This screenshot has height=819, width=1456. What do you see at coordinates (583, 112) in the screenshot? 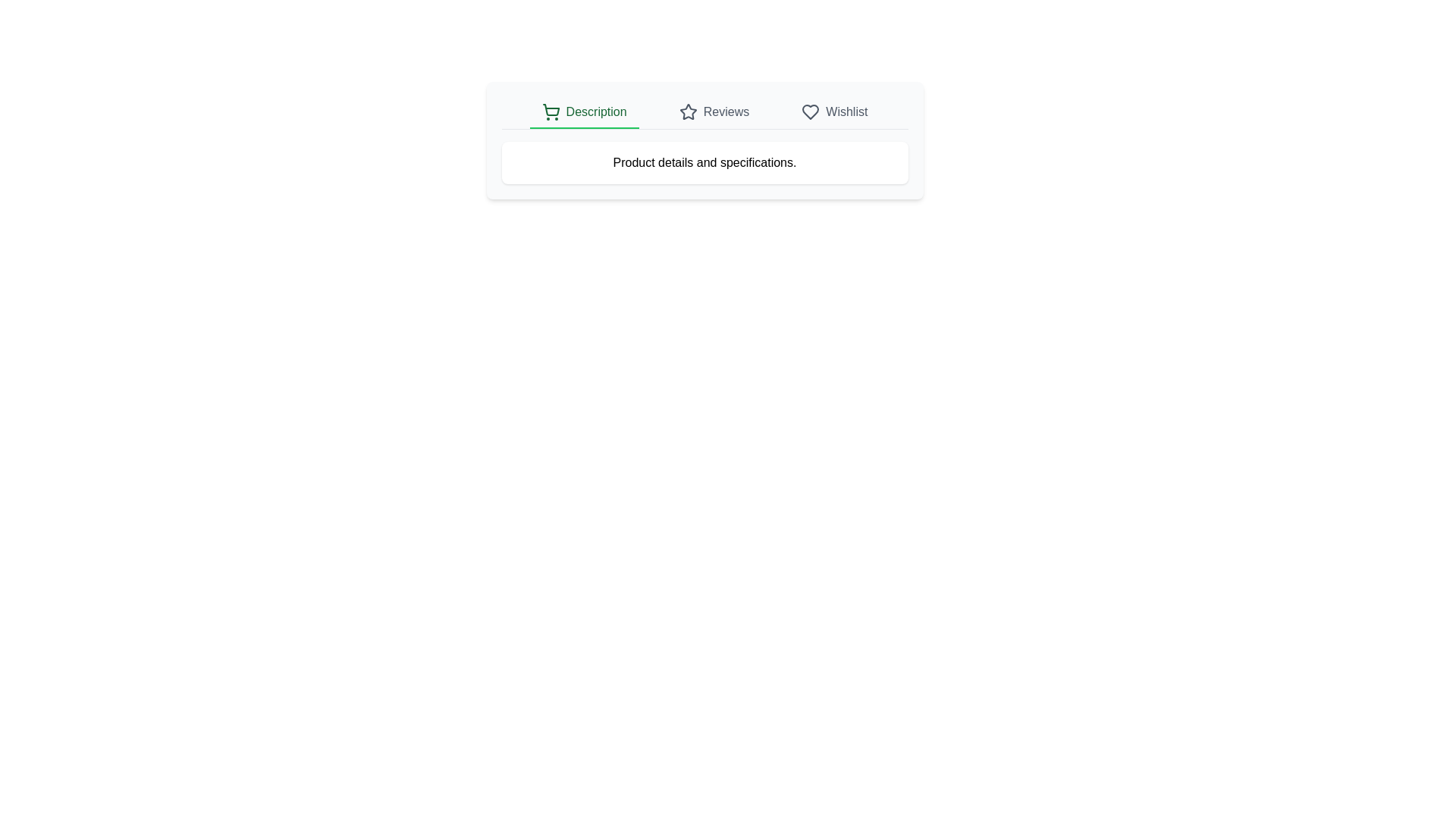
I see `the tab labeled Description to observe its hover effect` at bounding box center [583, 112].